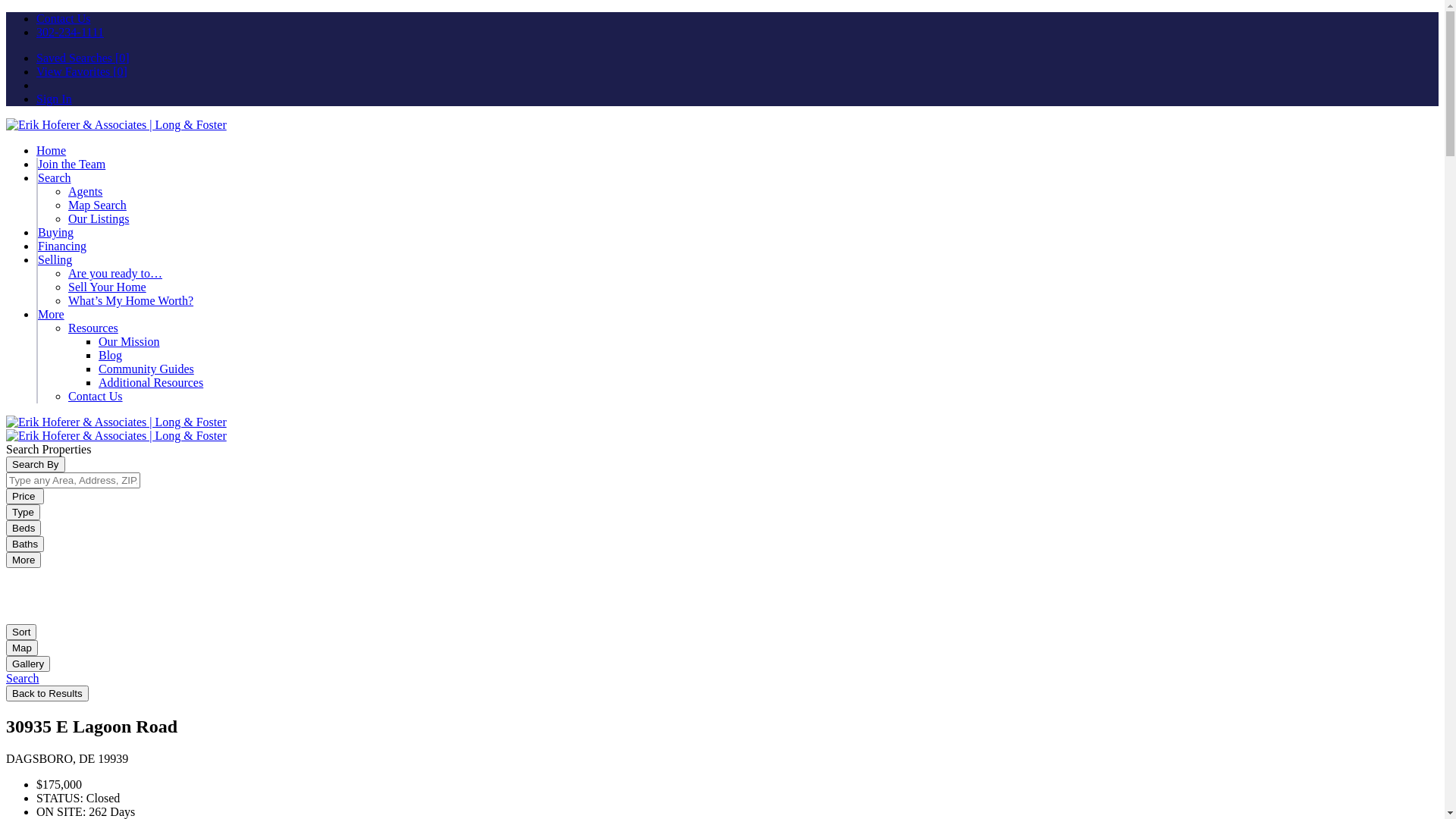  Describe the element at coordinates (93, 327) in the screenshot. I see `'Resources'` at that location.